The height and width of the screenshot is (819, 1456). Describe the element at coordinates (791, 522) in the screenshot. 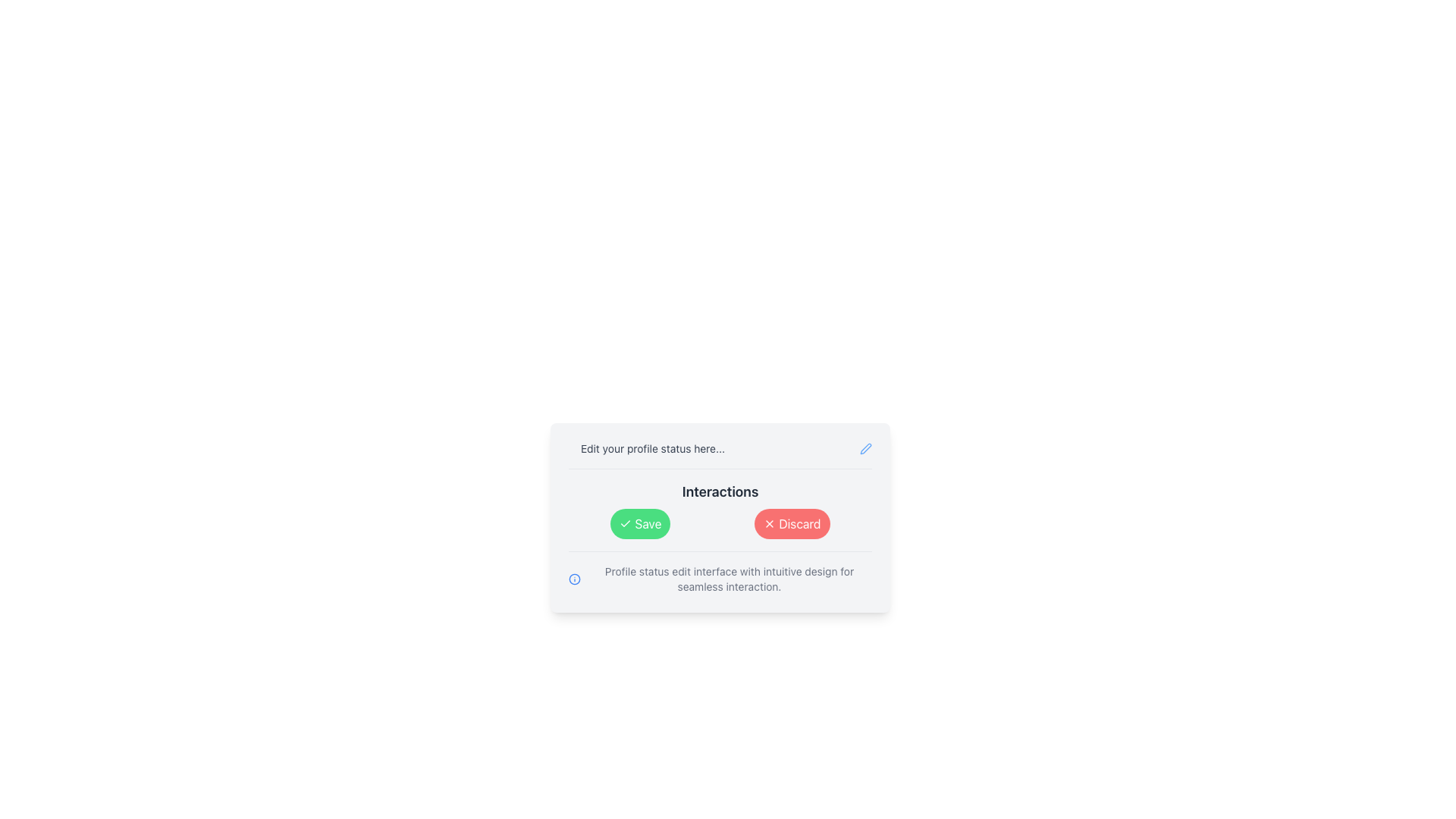

I see `the 'Discard' button with rounded corners, red background, and white text` at that location.